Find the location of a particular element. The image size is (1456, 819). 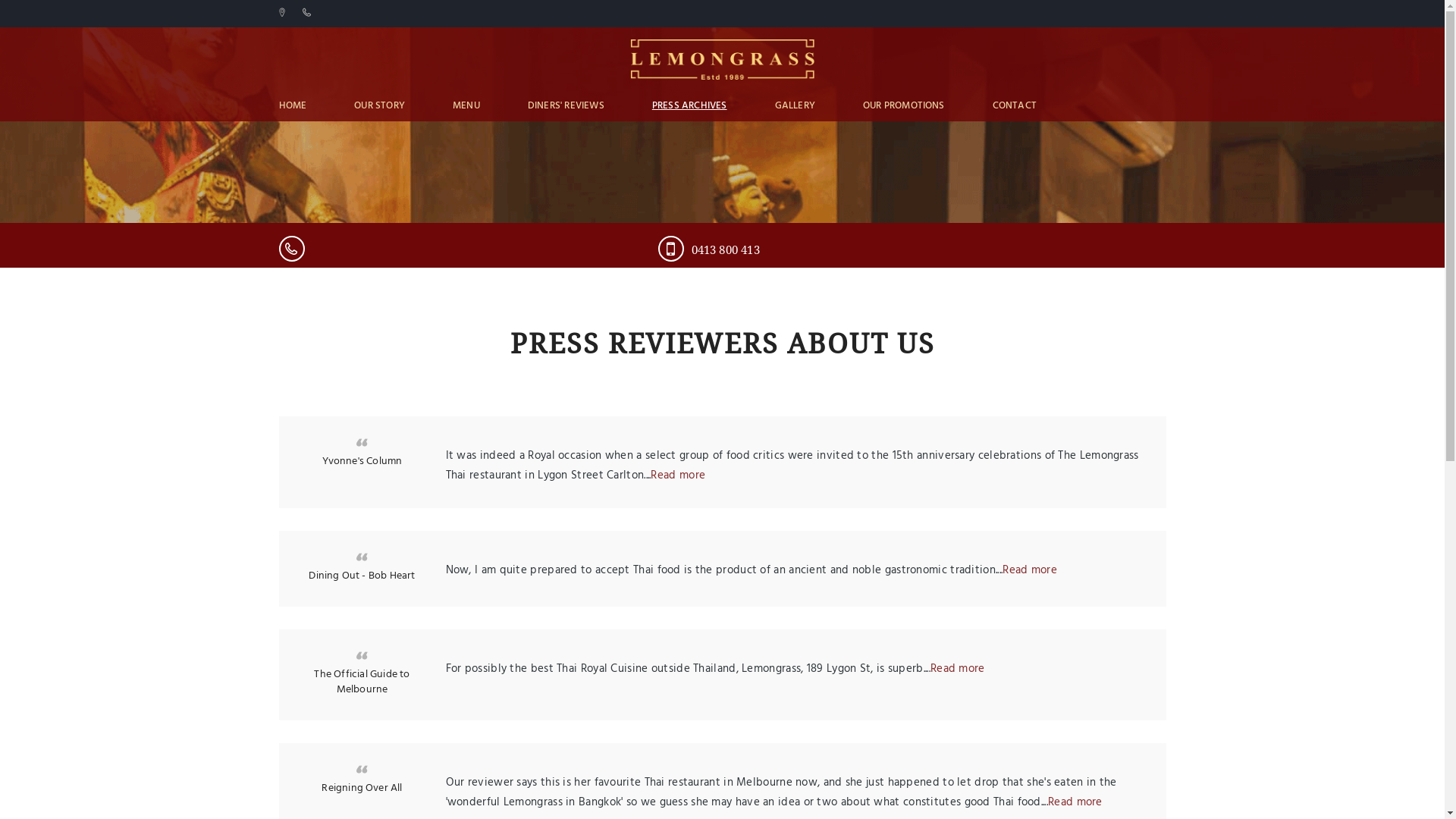

'Read more' is located at coordinates (1030, 570).